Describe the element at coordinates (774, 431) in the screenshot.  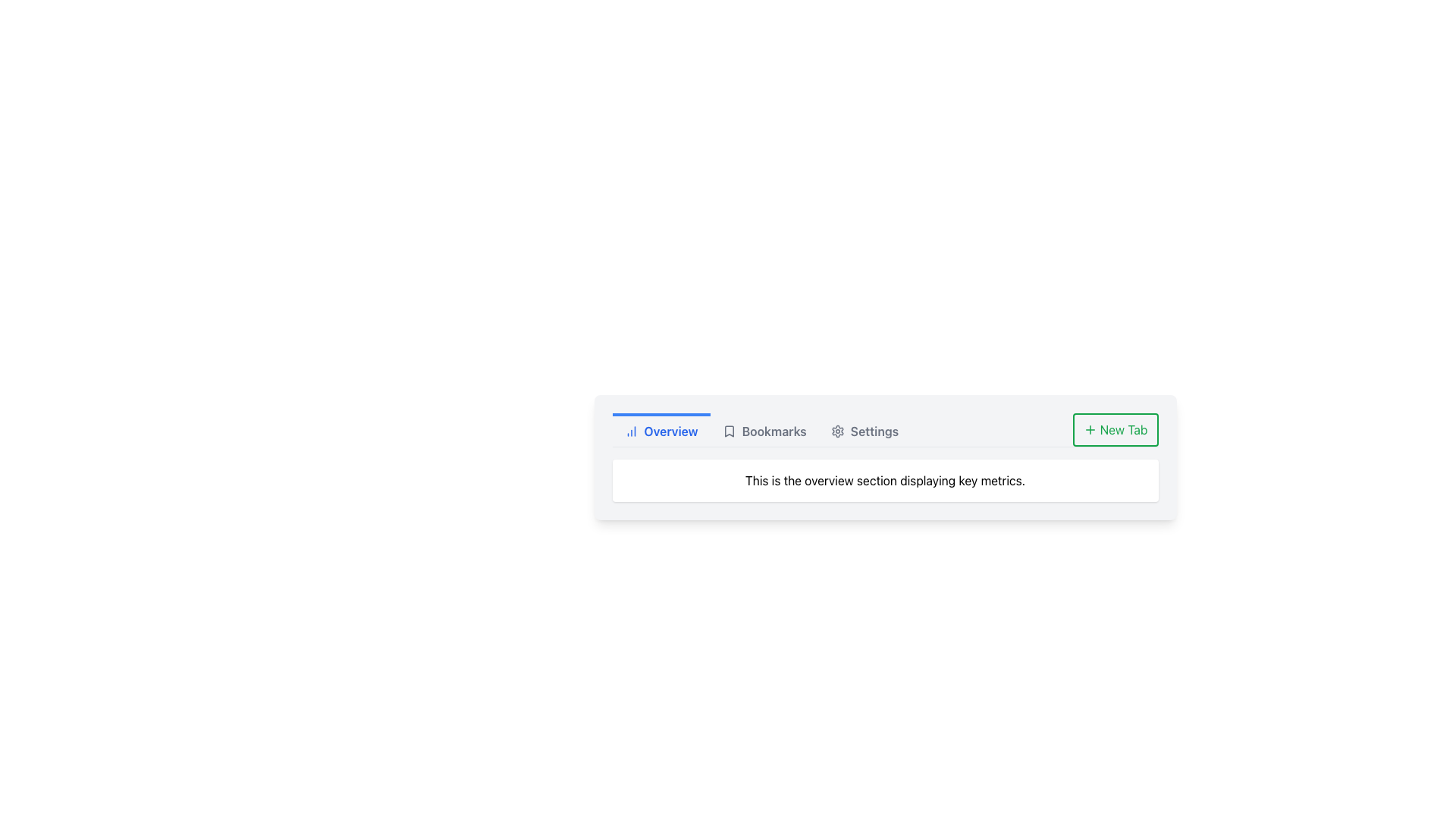
I see `the 'Bookmarks' label, which is the second item in the horizontal navigation bar, styled with gray text in bold font` at that location.